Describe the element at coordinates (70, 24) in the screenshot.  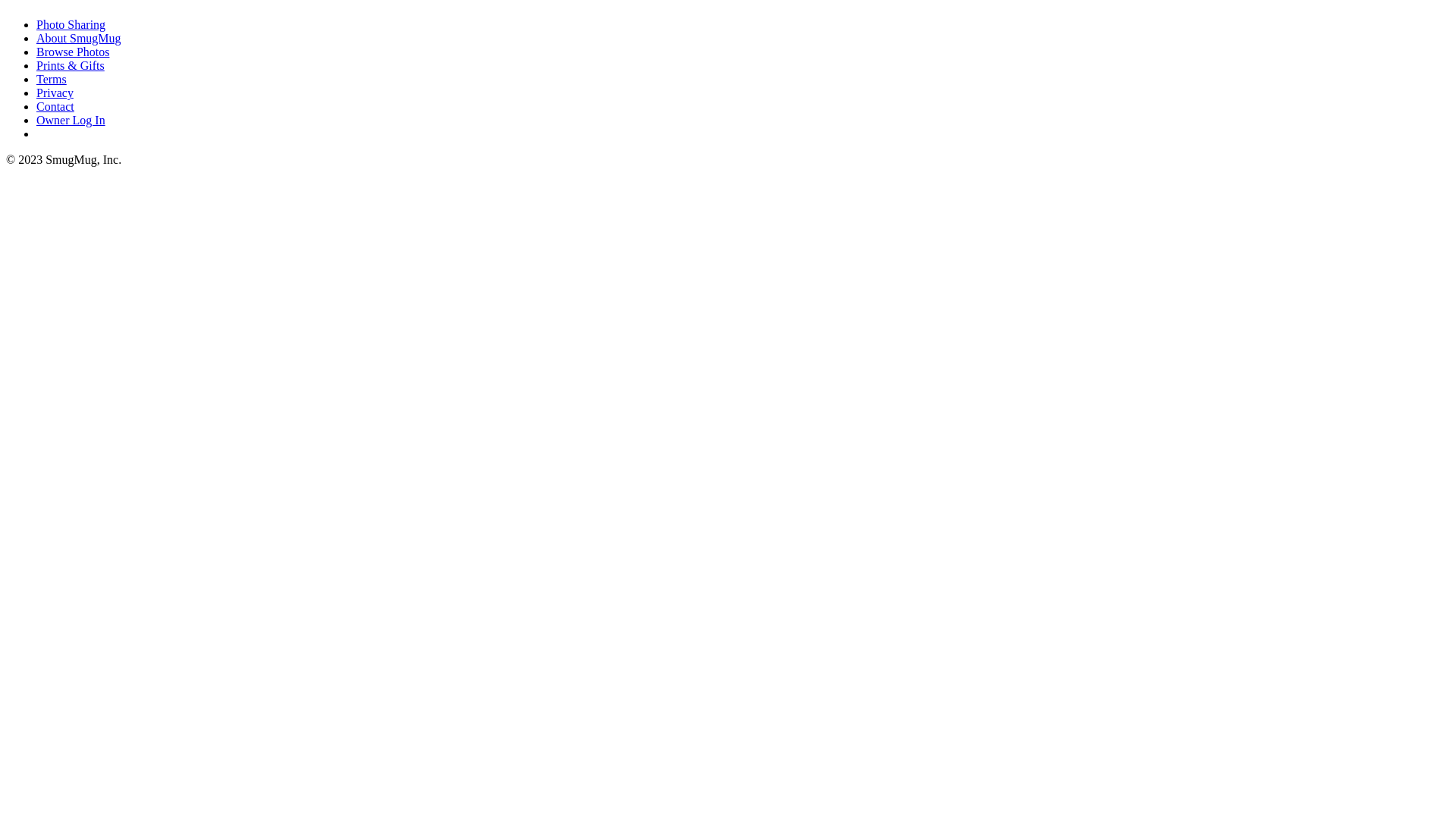
I see `'Photo Sharing'` at that location.